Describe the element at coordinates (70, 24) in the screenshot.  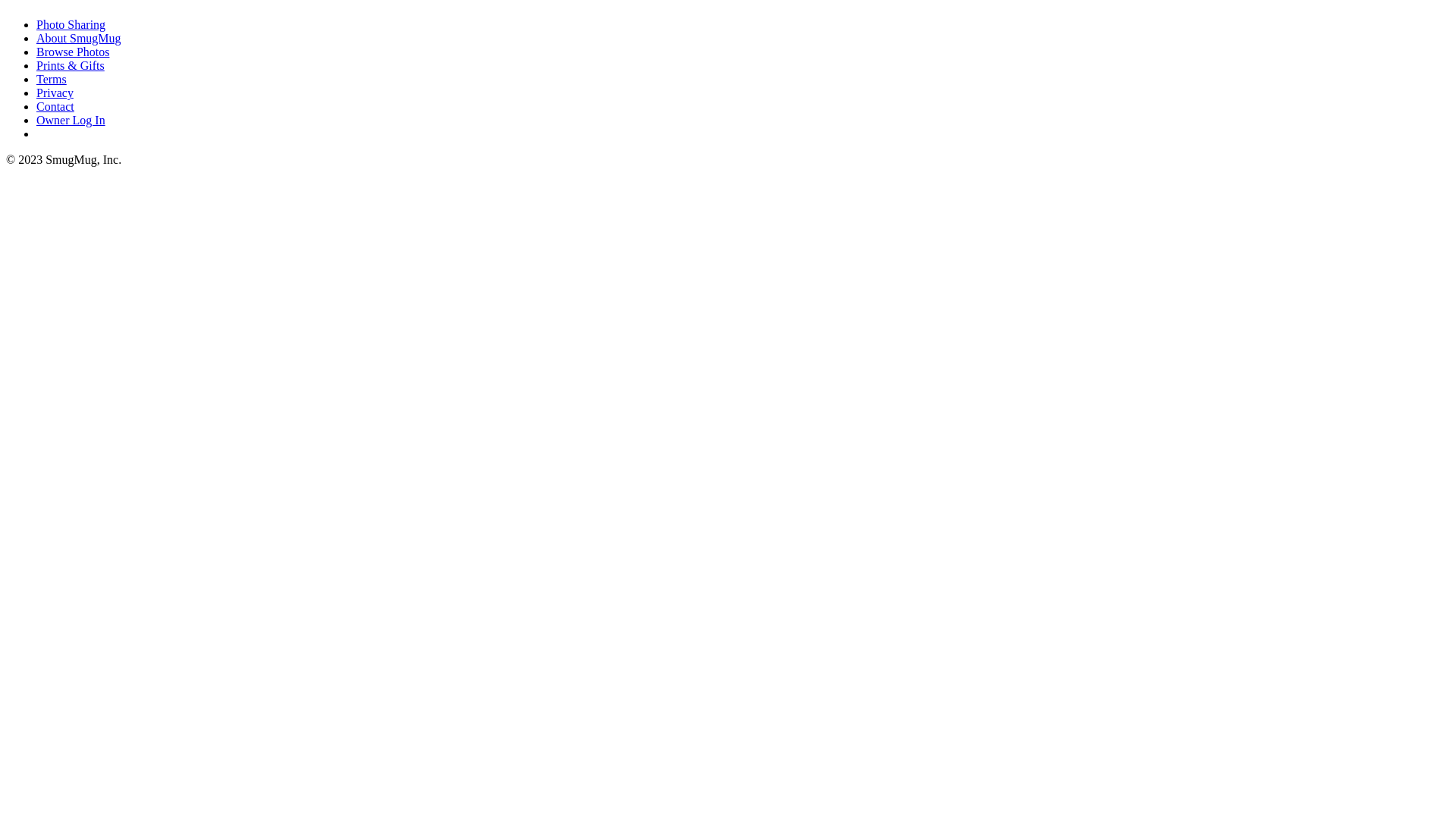
I see `'Photo Sharing'` at that location.